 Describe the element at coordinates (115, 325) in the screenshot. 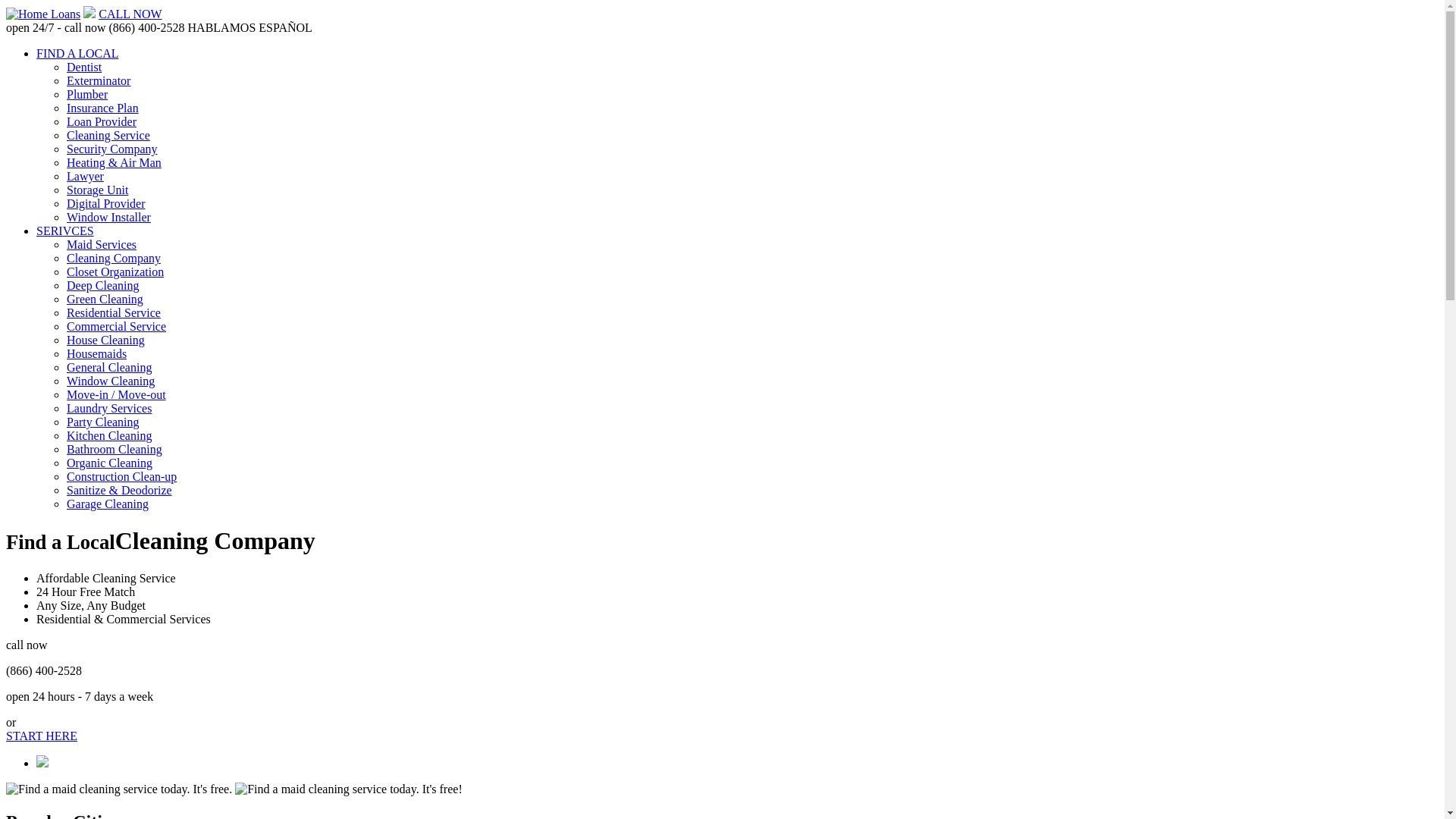

I see `'Commercial Service'` at that location.